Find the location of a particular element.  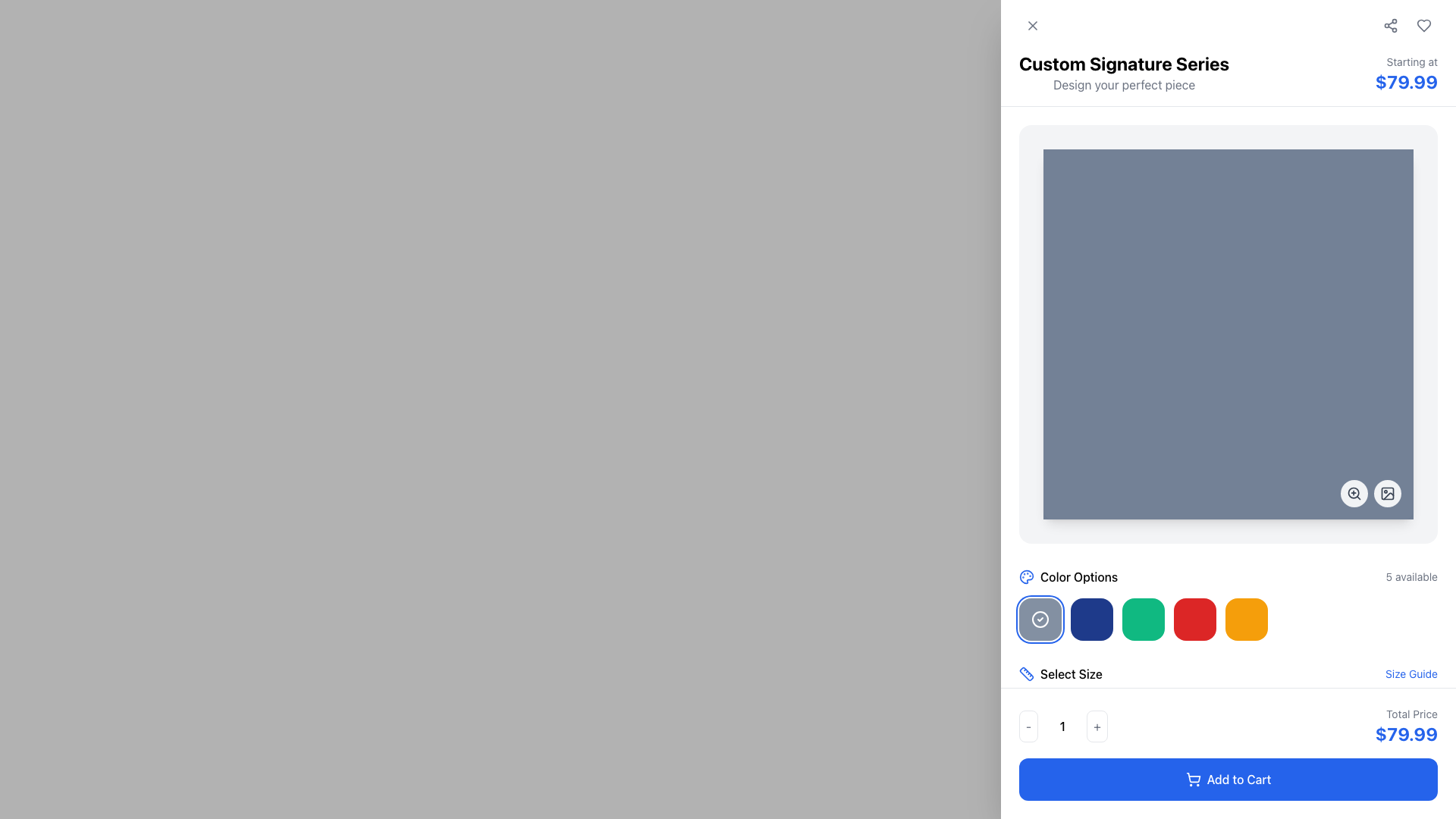

the circular button with a gray 'X' icon is located at coordinates (1032, 26).